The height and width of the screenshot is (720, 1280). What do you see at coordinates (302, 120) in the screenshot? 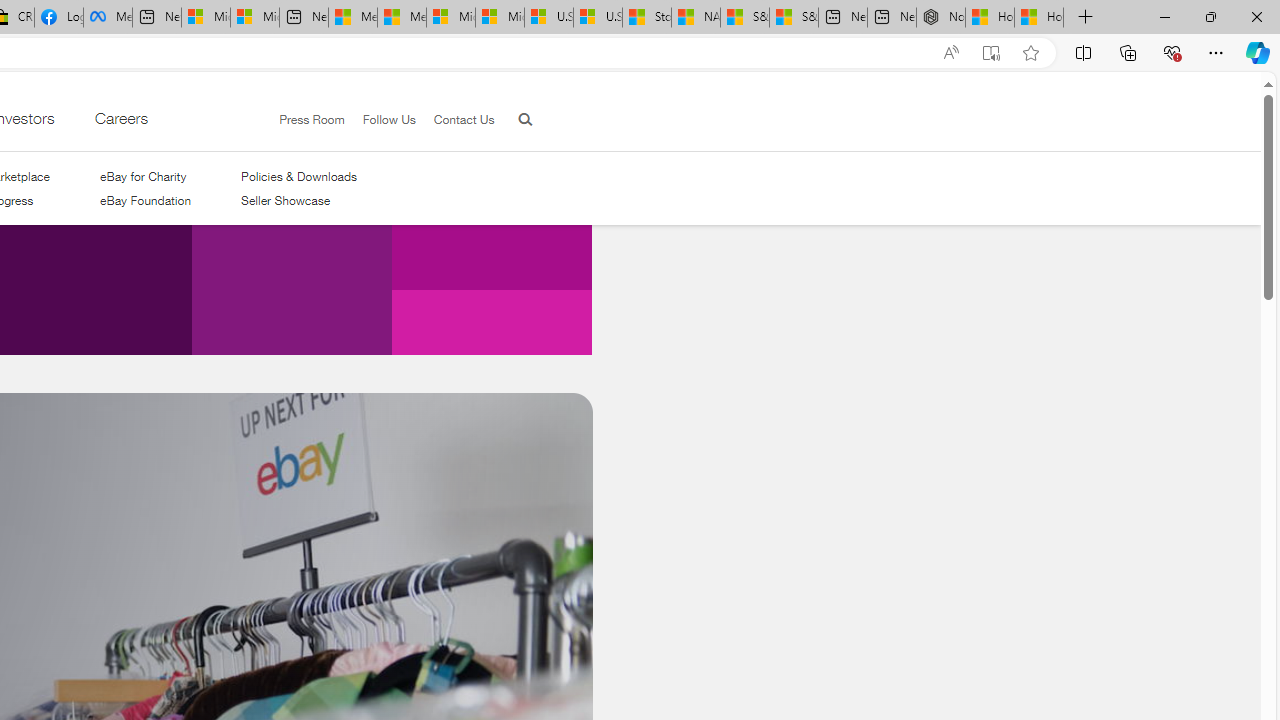
I see `'Press Room'` at bounding box center [302, 120].